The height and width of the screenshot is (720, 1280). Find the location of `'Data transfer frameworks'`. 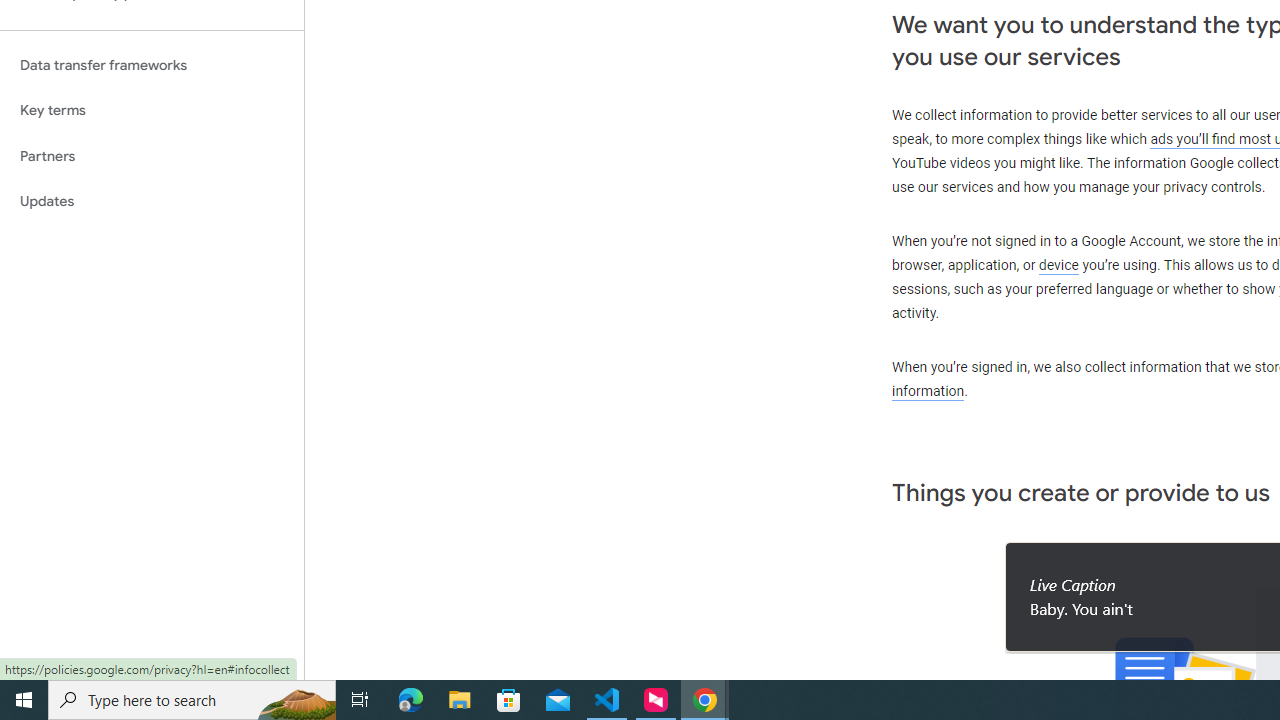

'Data transfer frameworks' is located at coordinates (151, 64).